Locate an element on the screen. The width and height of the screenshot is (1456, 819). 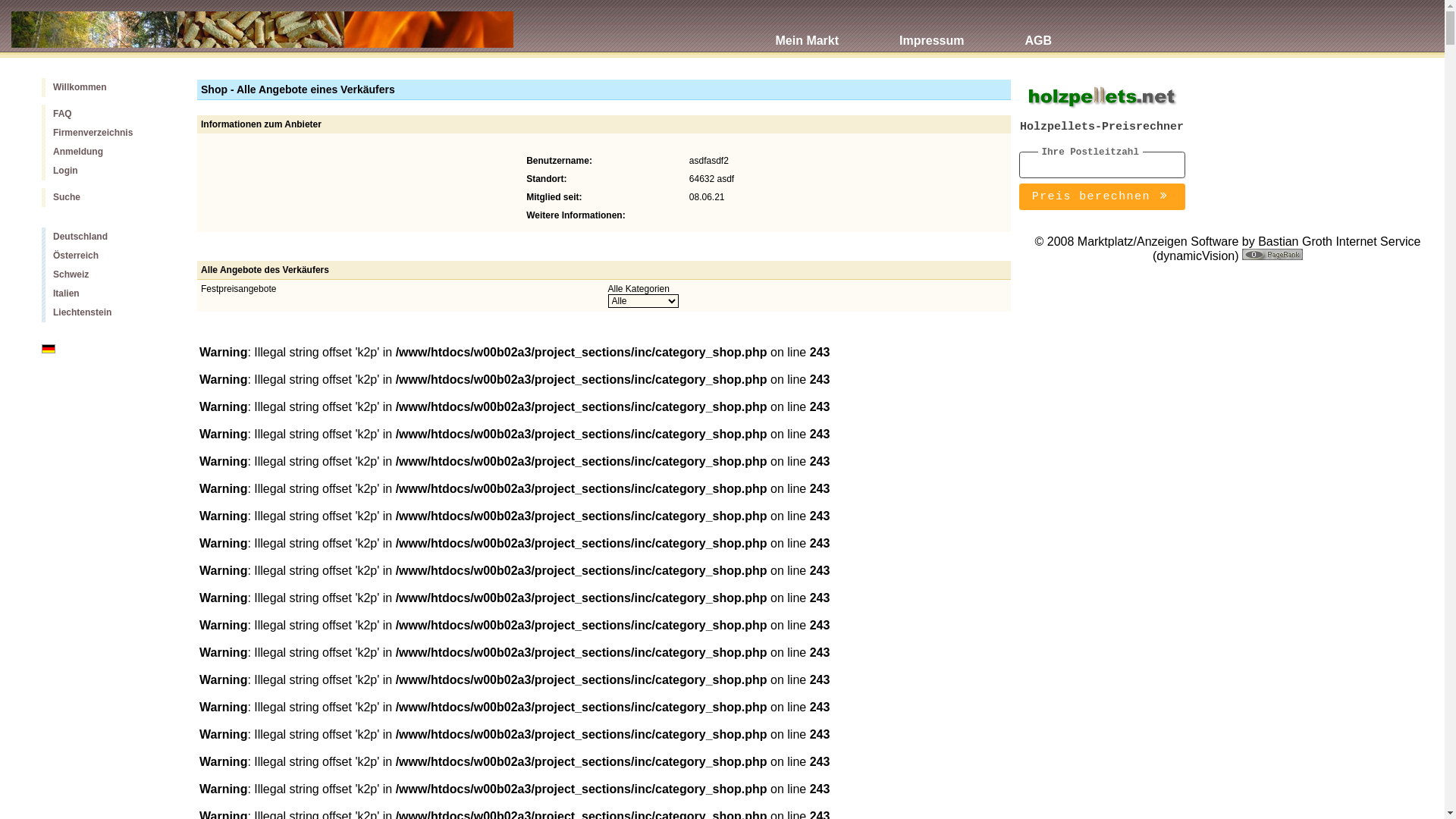
'Mein Markt' is located at coordinates (806, 32).